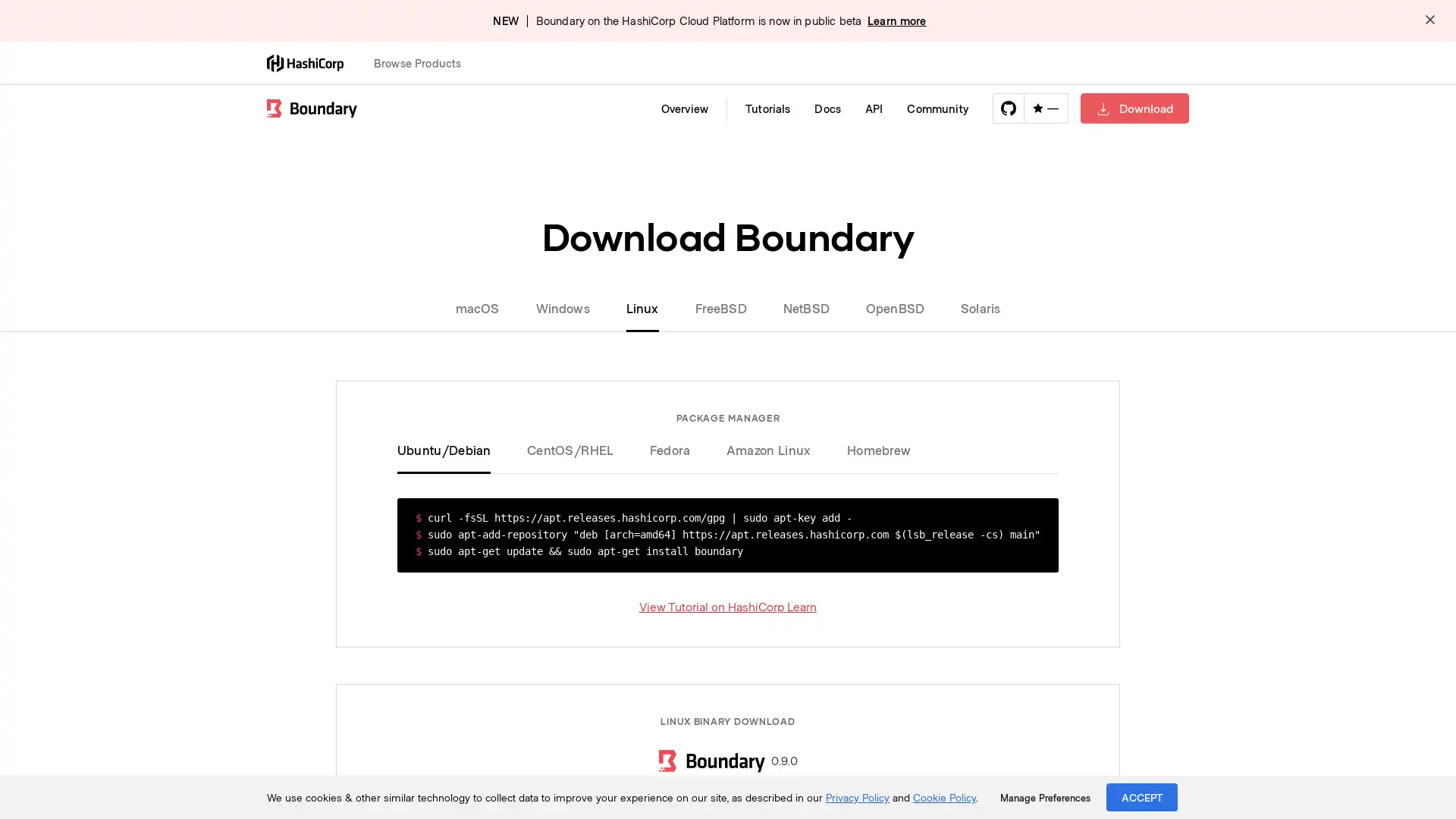 This screenshot has height=819, width=1456. What do you see at coordinates (570, 449) in the screenshot?
I see `CentOS/RHEL` at bounding box center [570, 449].